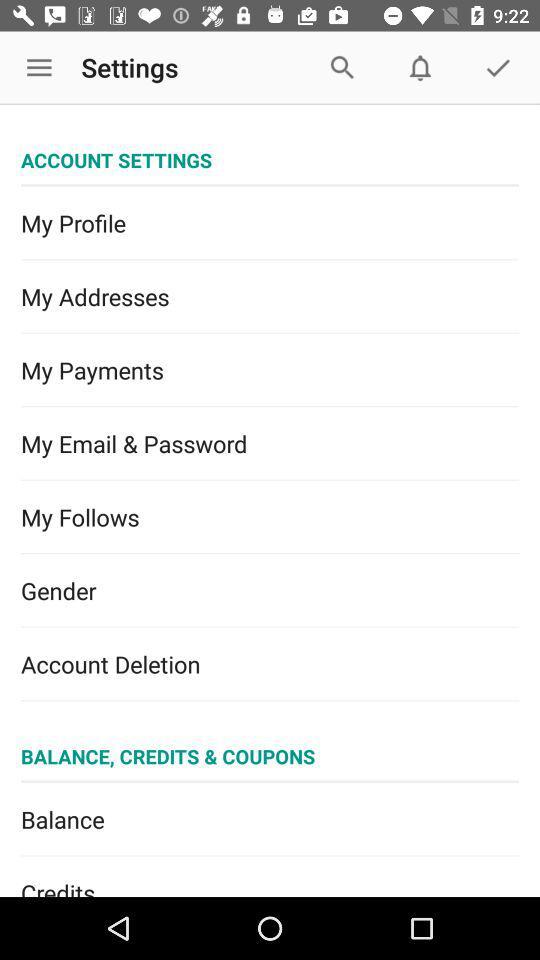 Image resolution: width=540 pixels, height=960 pixels. I want to click on icon above the account settings, so click(39, 68).